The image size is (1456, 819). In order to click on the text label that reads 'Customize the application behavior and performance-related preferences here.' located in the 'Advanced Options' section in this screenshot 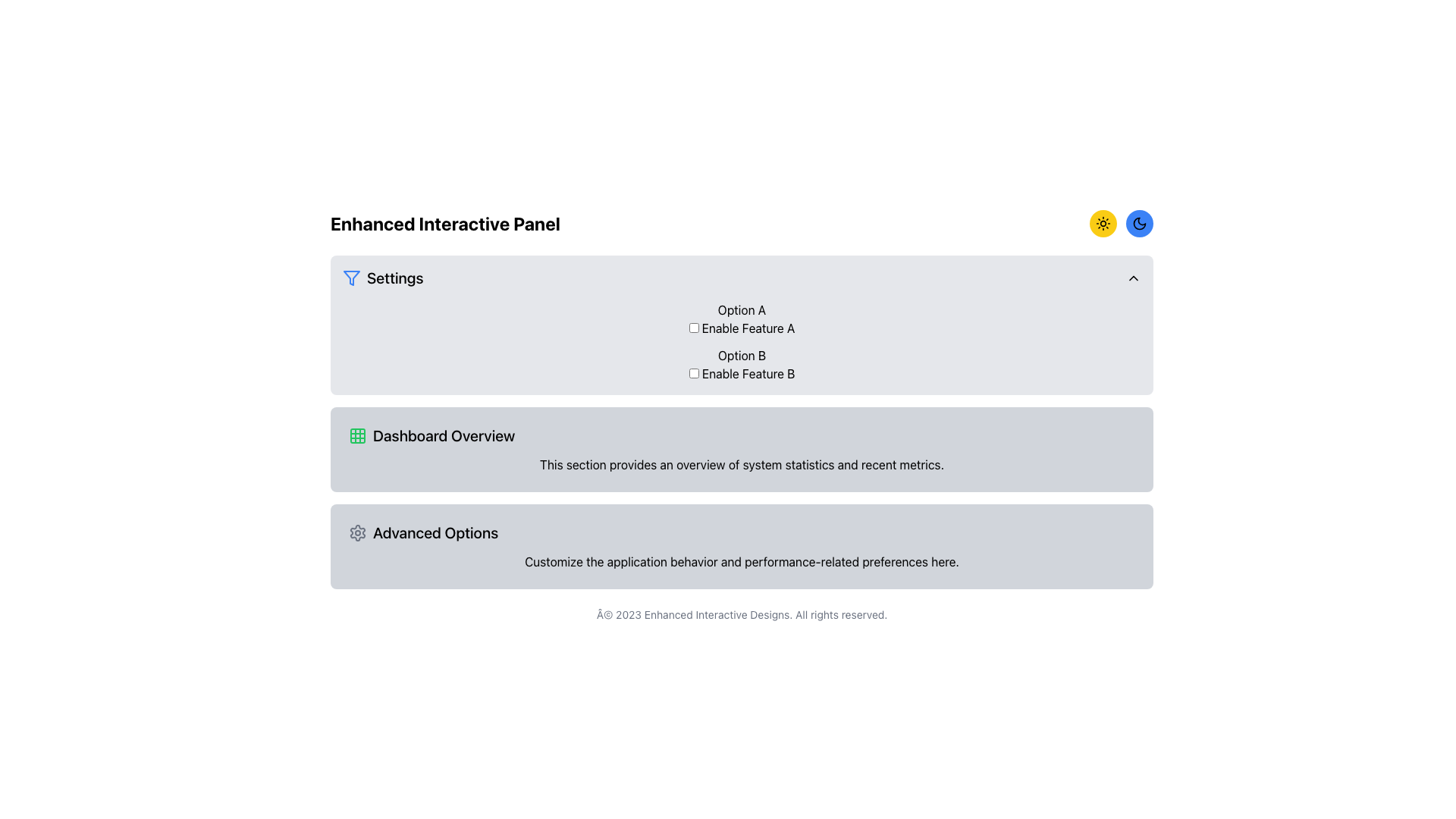, I will do `click(742, 561)`.